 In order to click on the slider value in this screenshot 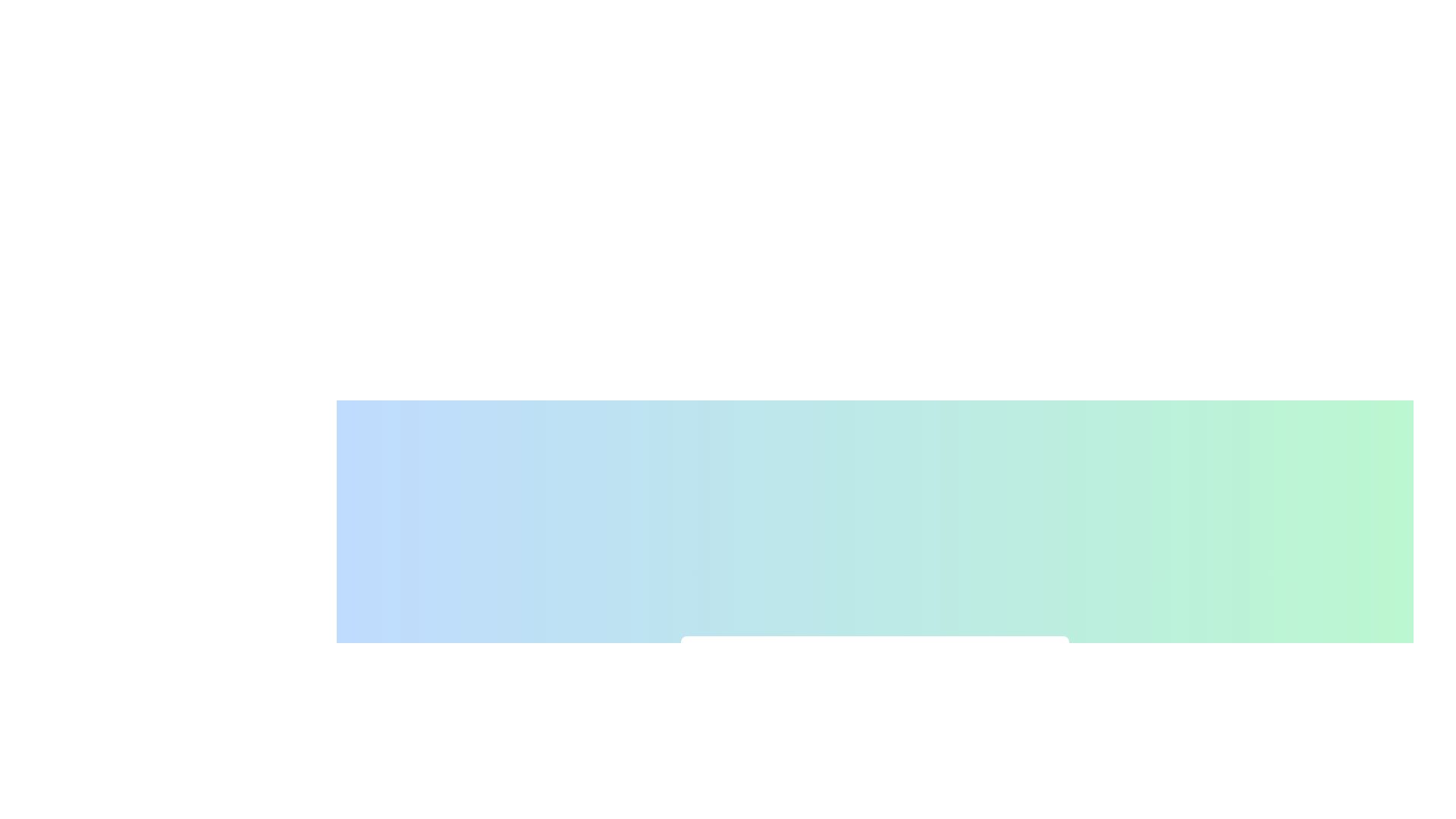, I will do `click(902, 741)`.